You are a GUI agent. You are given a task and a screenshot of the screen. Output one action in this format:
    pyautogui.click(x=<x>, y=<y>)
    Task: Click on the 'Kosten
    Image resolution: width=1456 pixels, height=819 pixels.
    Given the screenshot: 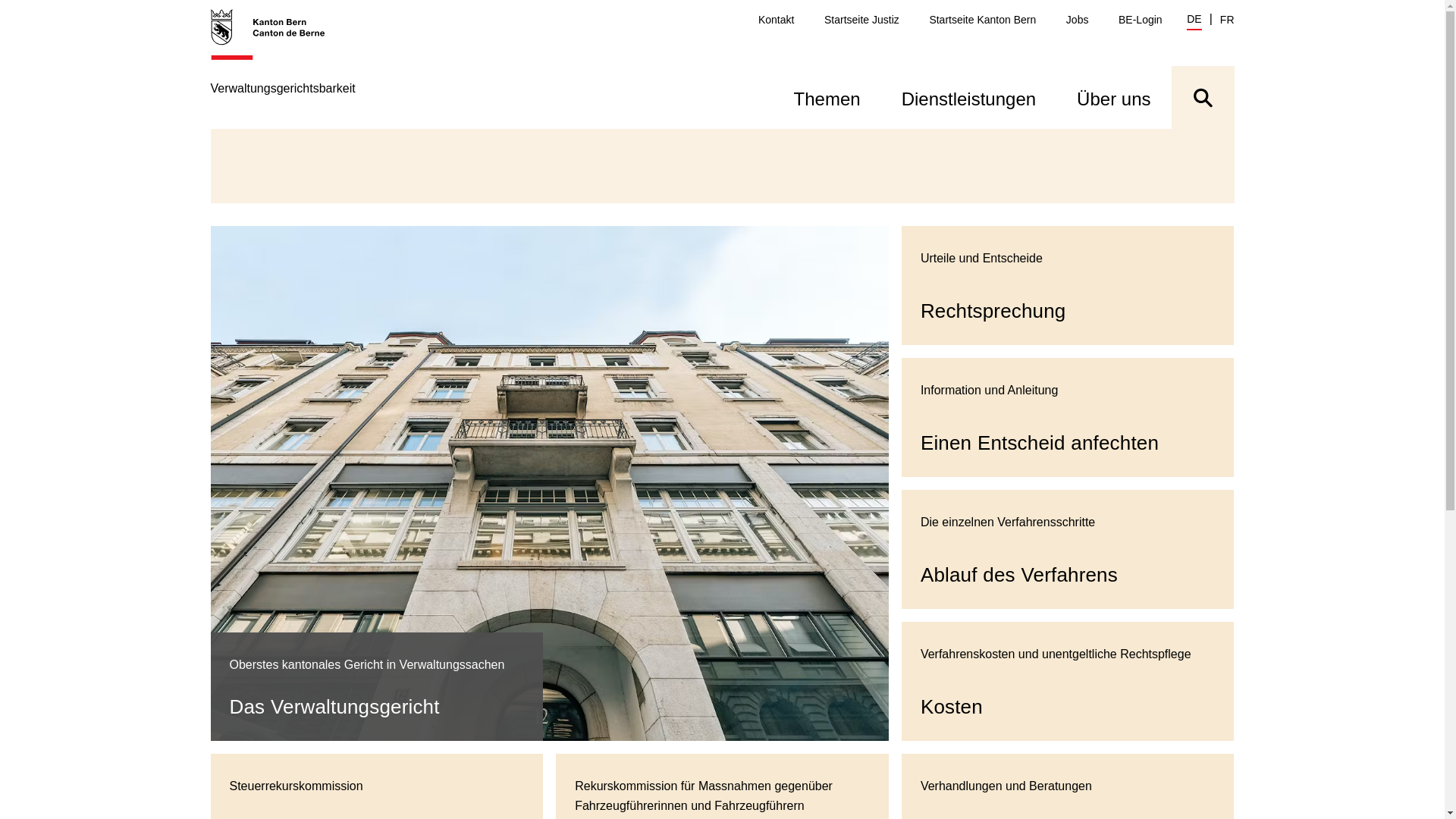 What is the action you would take?
    pyautogui.click(x=1067, y=680)
    